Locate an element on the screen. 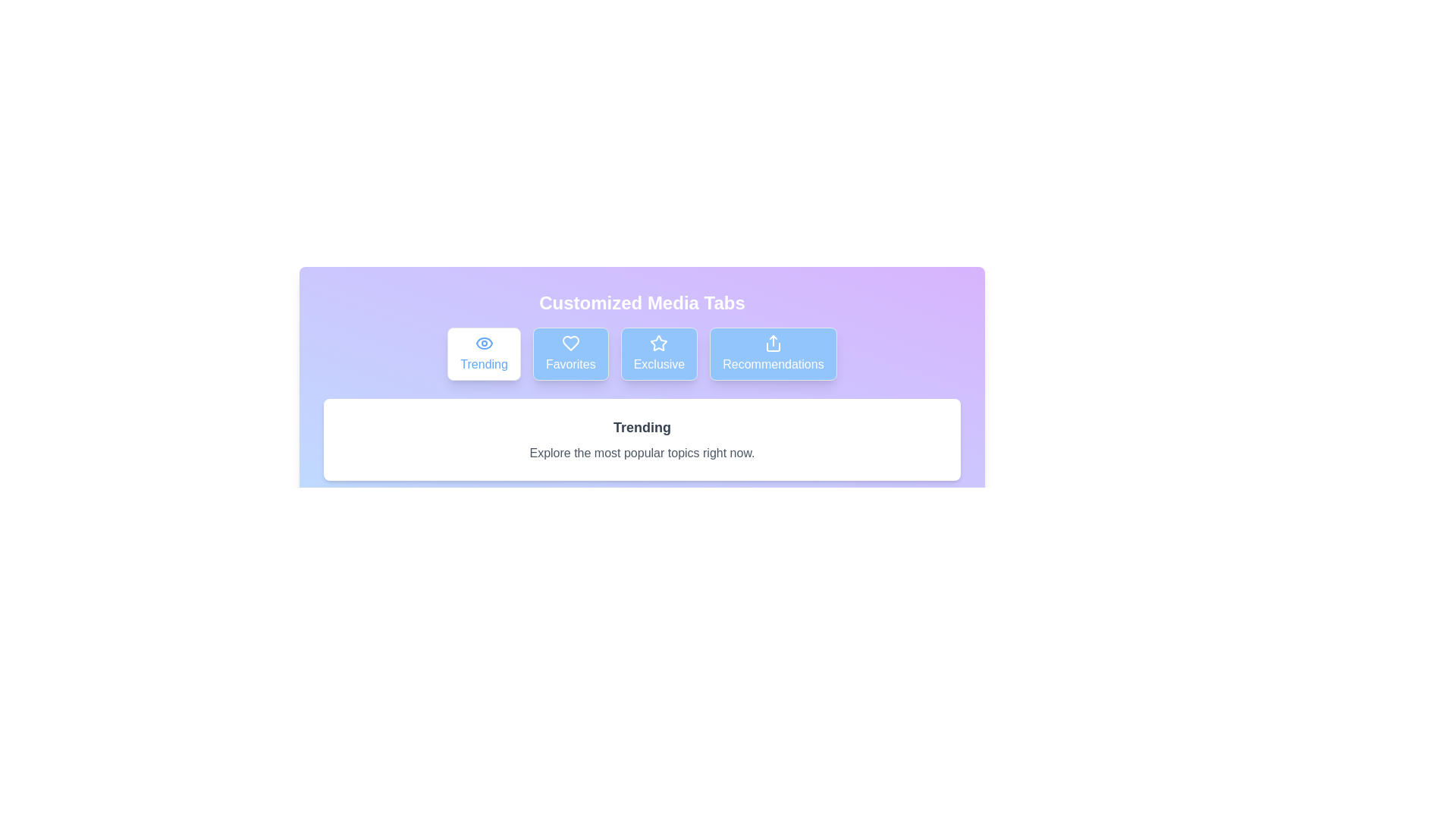 The width and height of the screenshot is (1456, 819). the Exclusive tab is located at coordinates (659, 353).